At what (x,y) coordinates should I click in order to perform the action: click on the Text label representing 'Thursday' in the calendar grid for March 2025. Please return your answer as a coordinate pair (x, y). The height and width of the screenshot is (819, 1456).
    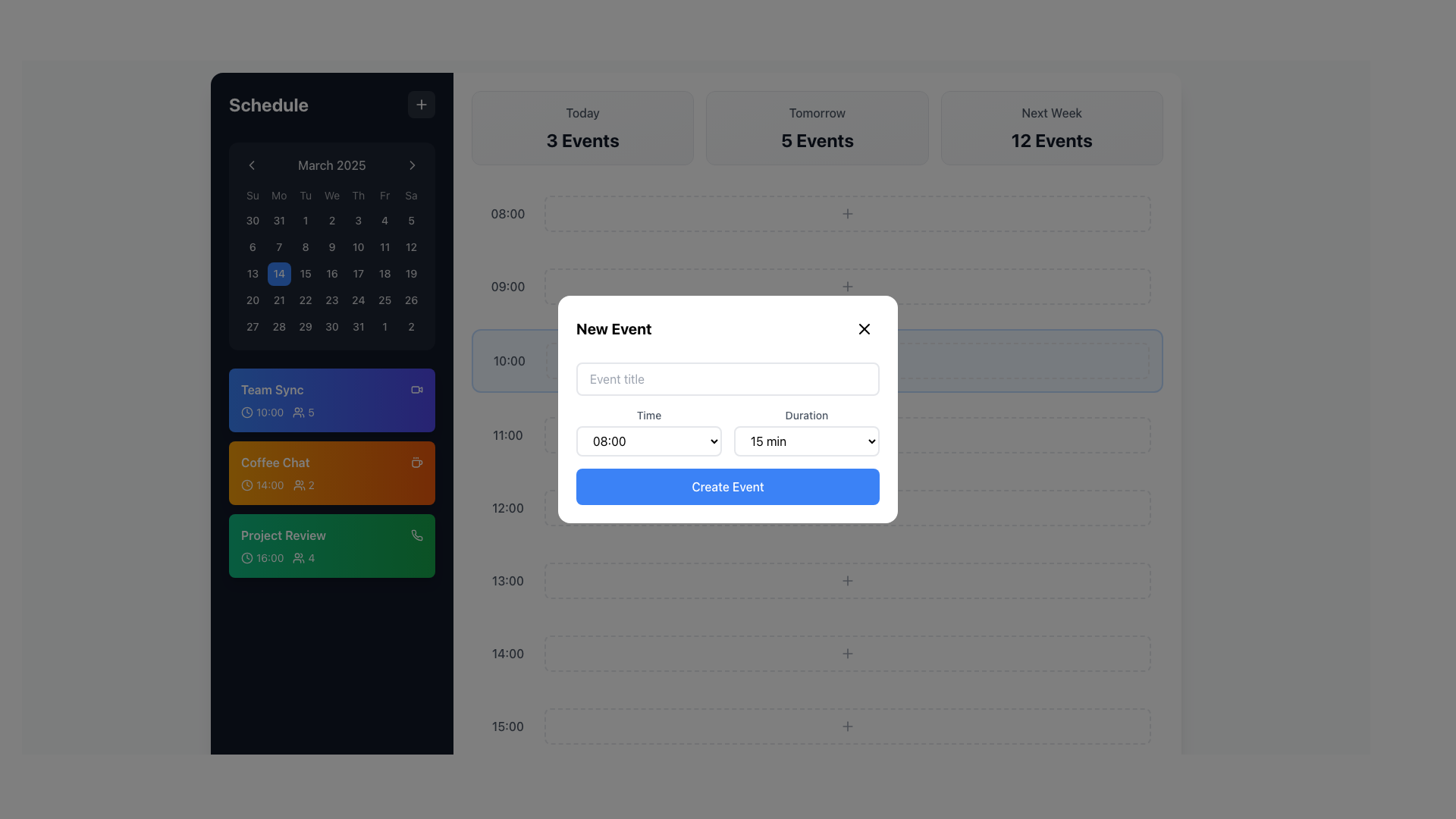
    Looking at the image, I should click on (357, 195).